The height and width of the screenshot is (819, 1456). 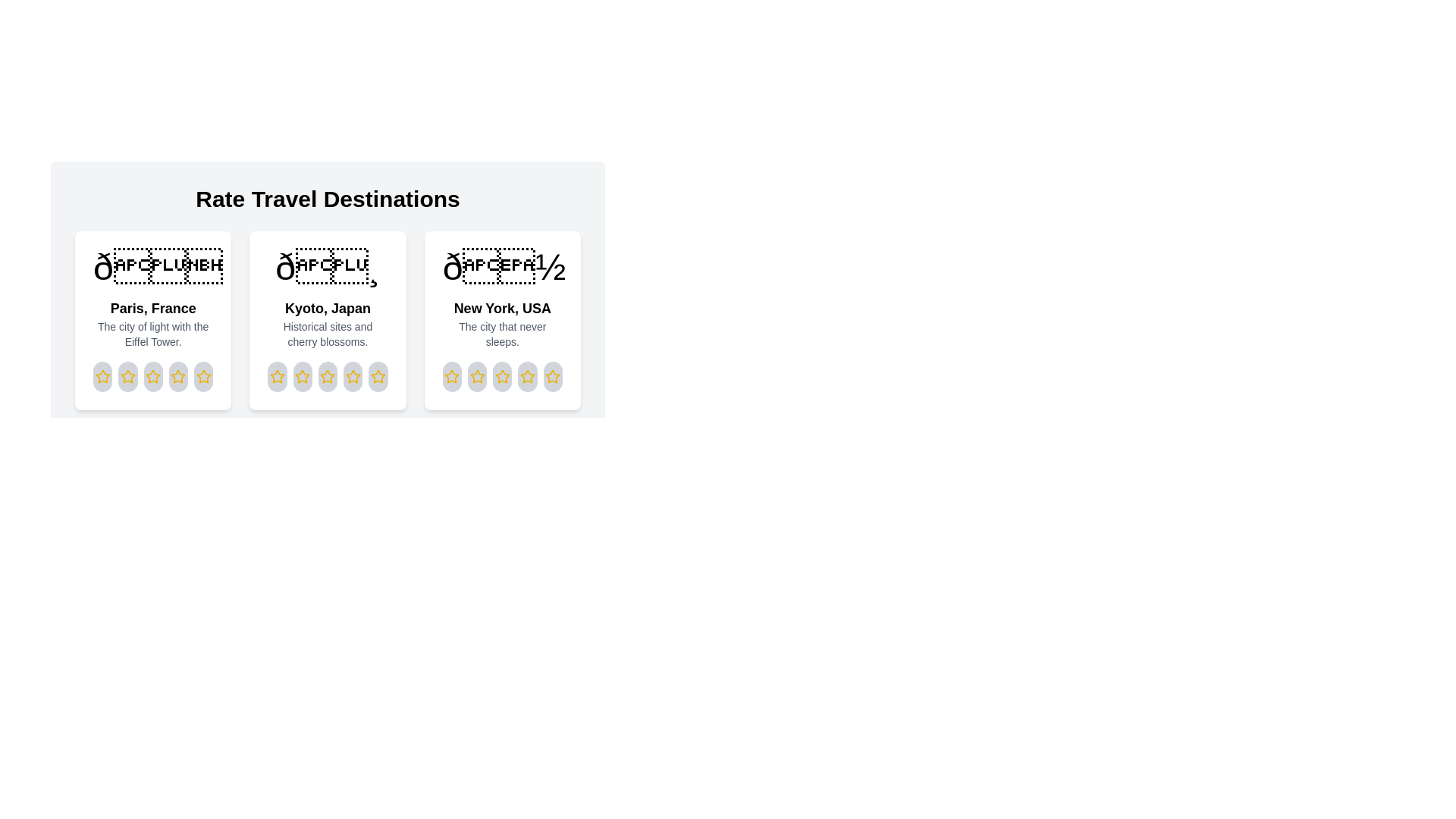 What do you see at coordinates (327, 267) in the screenshot?
I see `the image of the destination Kyoto, Japan` at bounding box center [327, 267].